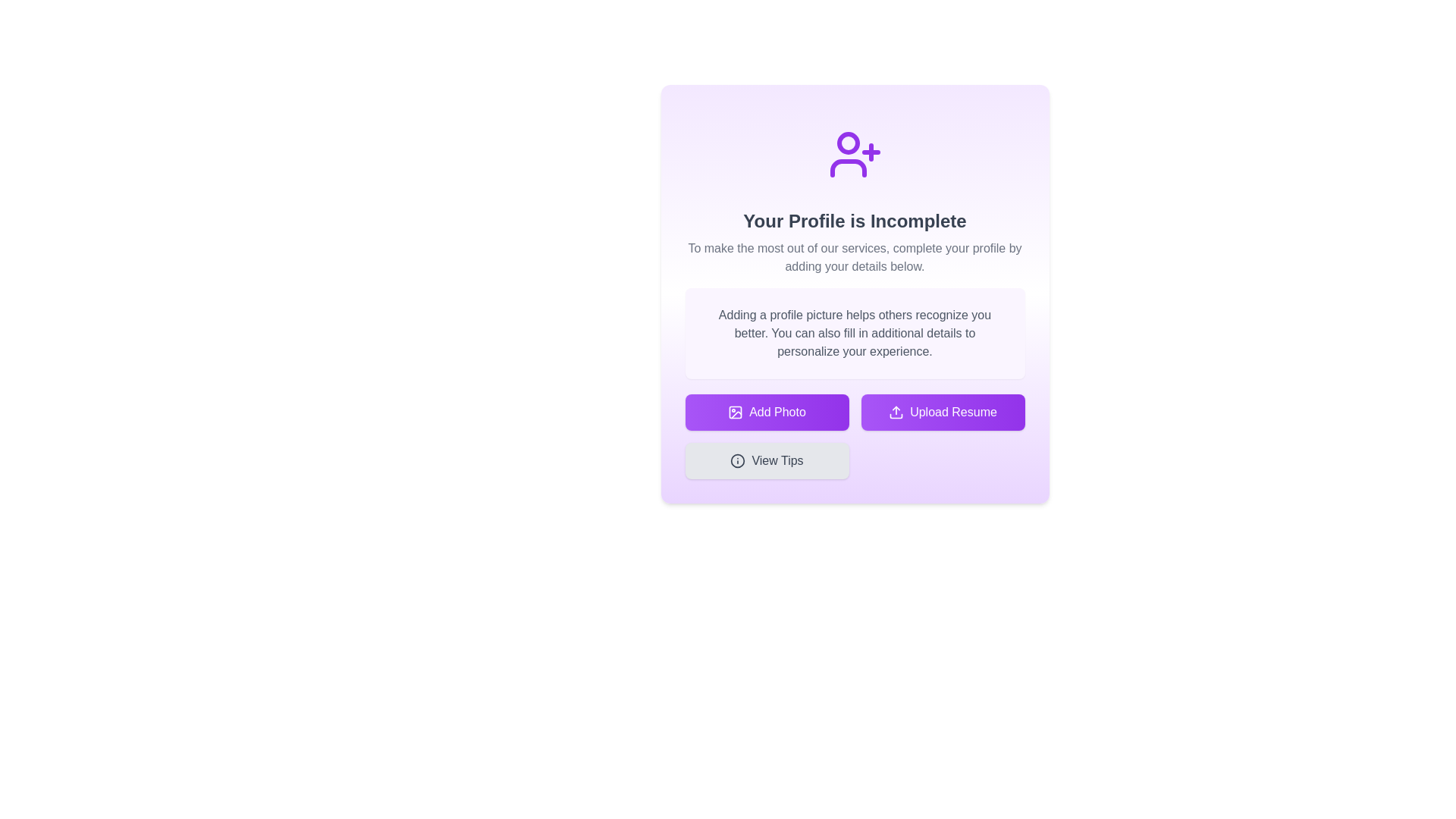 The width and height of the screenshot is (1456, 819). What do you see at coordinates (847, 168) in the screenshot?
I see `the decorative vector graphic representing a user's body in the profile icon symbol, located at the center of the profile card layout` at bounding box center [847, 168].